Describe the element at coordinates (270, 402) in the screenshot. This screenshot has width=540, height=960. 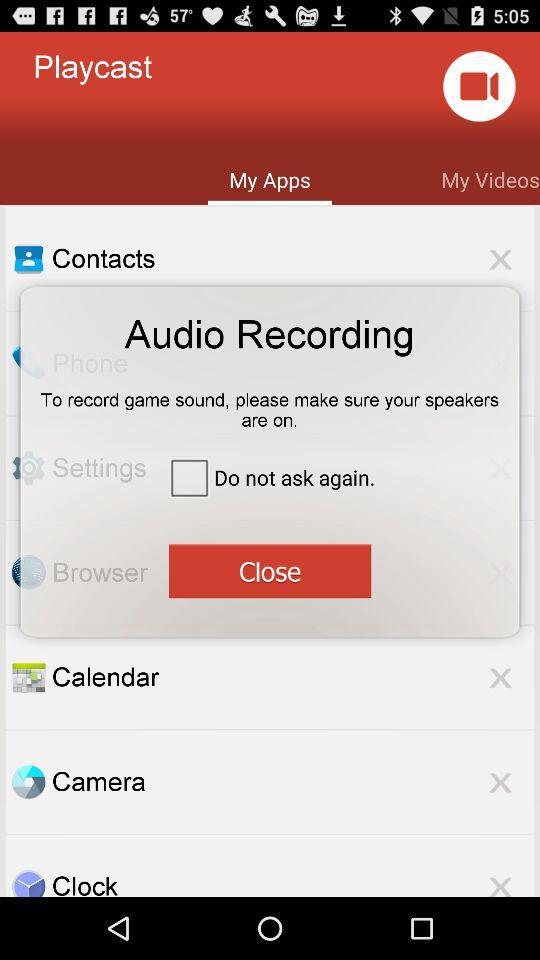
I see `the to record game icon` at that location.